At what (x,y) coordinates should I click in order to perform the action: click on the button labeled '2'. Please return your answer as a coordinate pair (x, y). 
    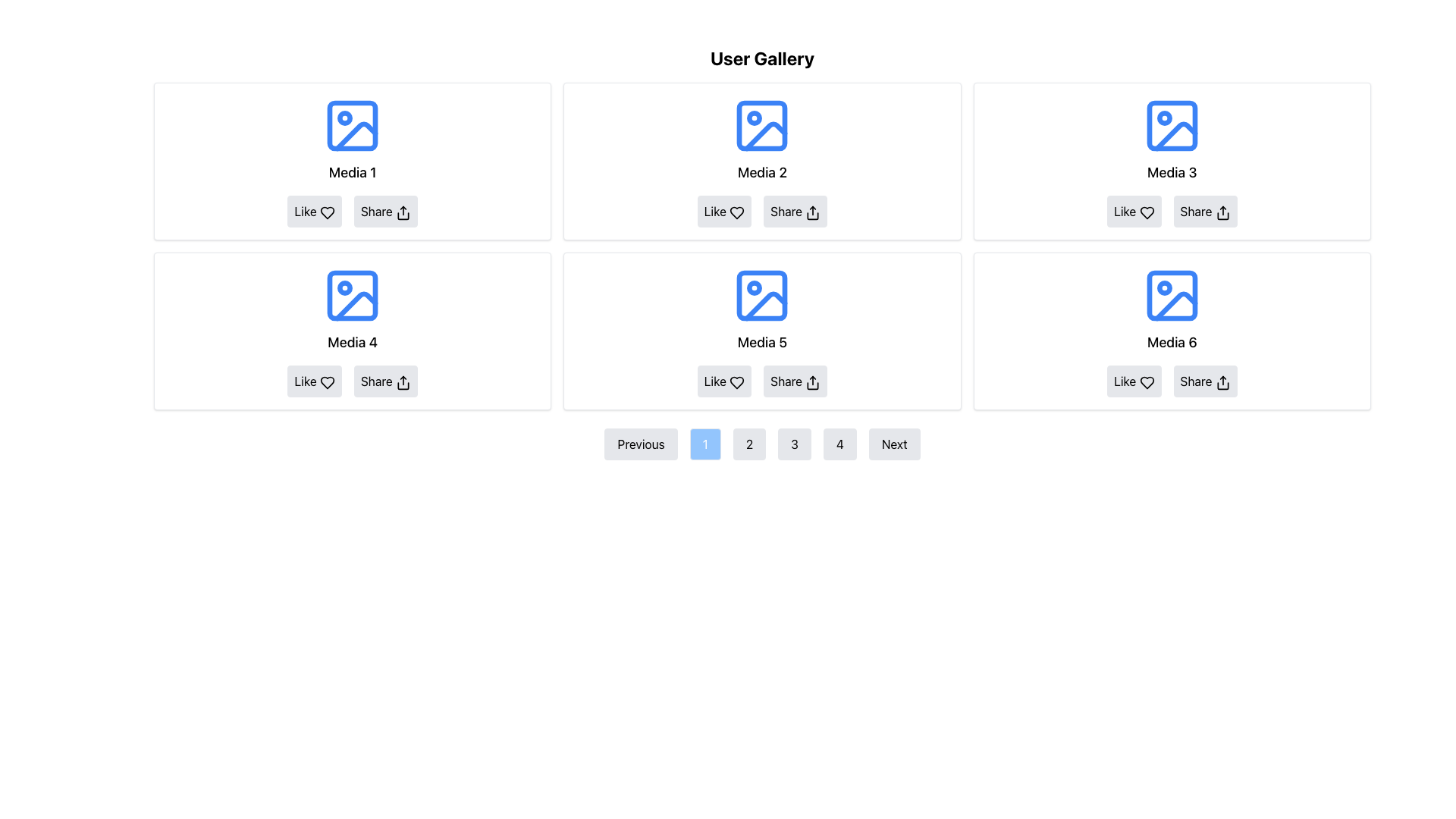
    Looking at the image, I should click on (762, 444).